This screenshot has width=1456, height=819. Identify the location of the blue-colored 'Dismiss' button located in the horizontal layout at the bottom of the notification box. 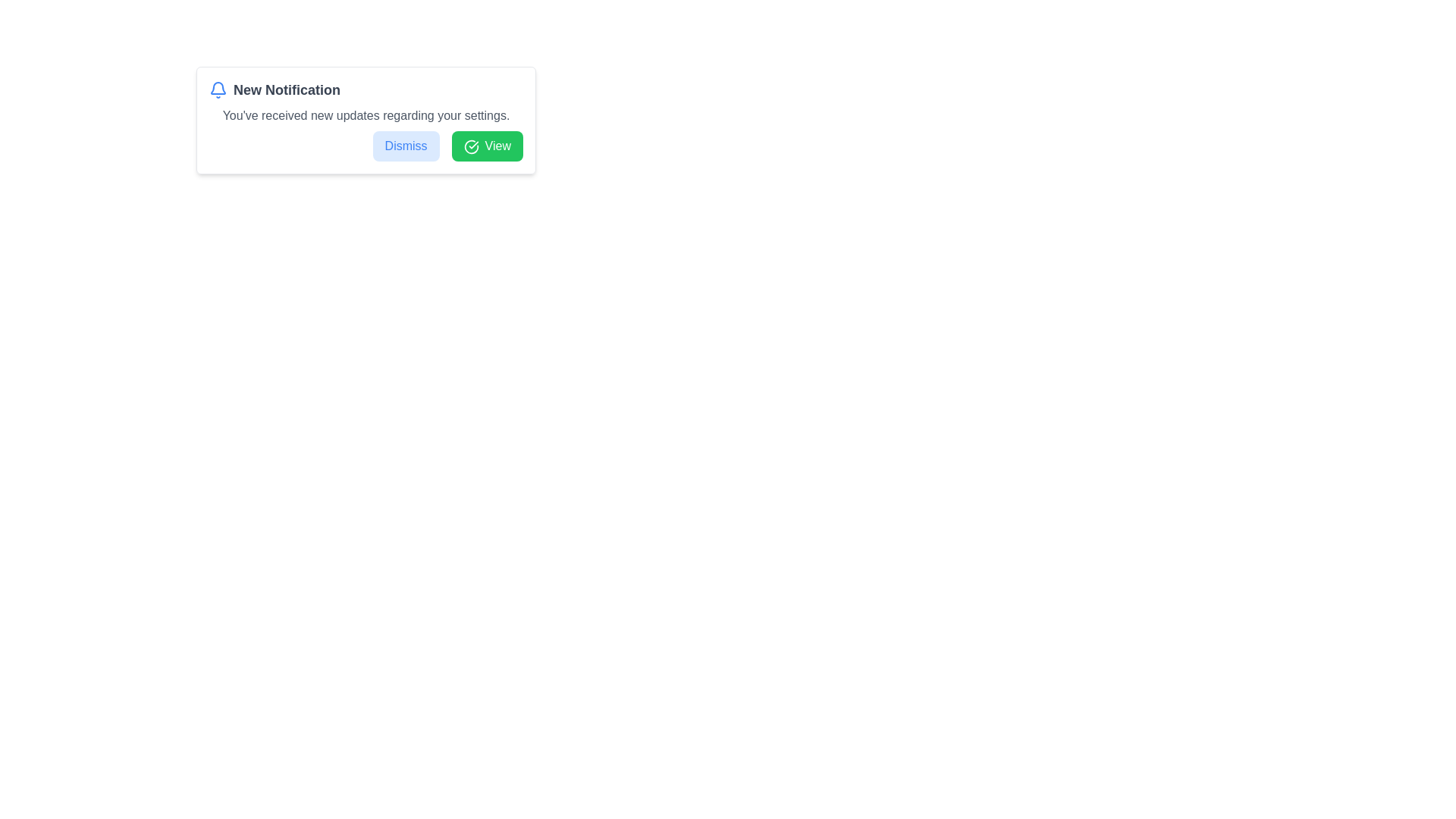
(366, 146).